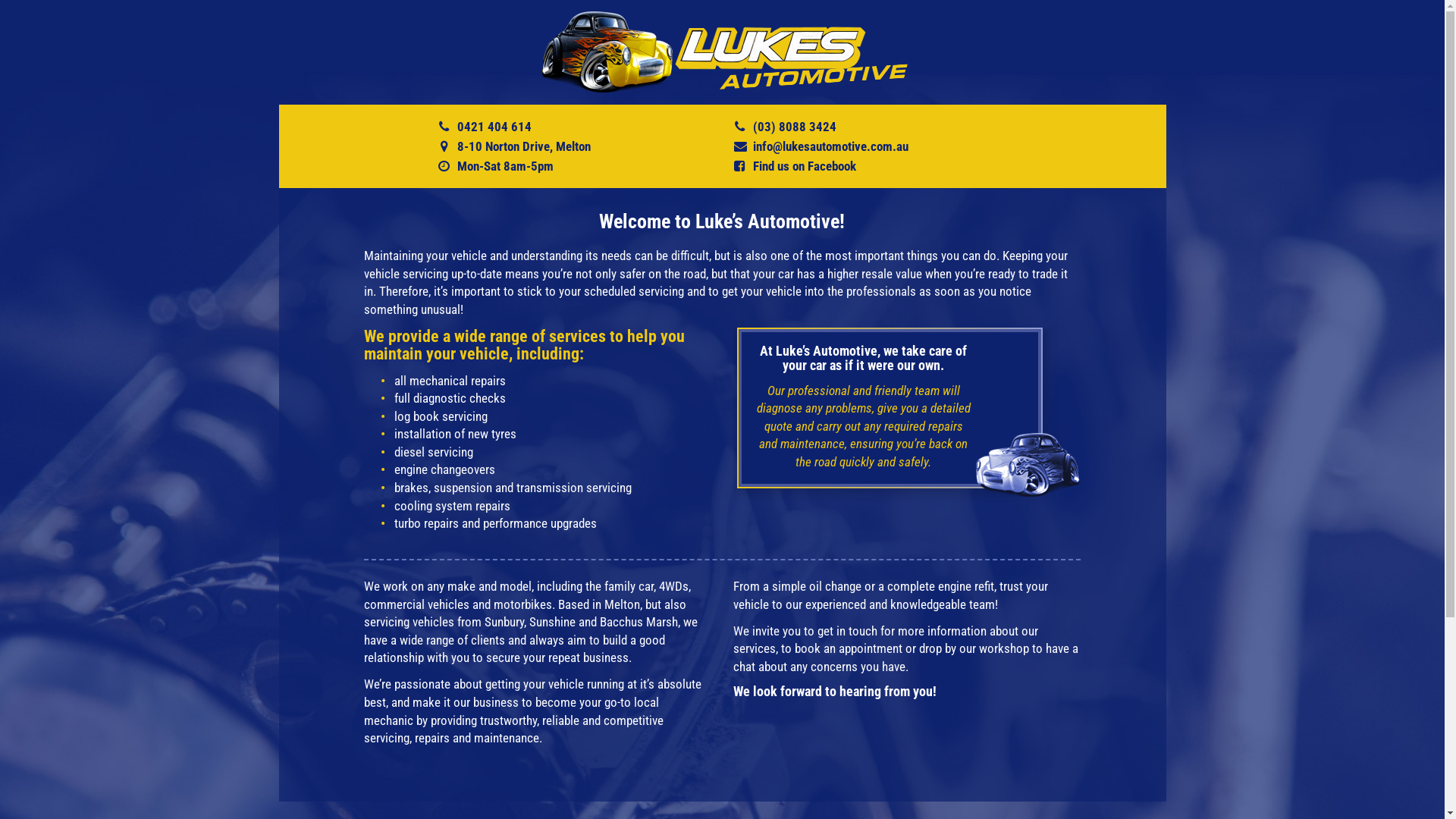  Describe the element at coordinates (793, 125) in the screenshot. I see `'(03) 8088 3424'` at that location.